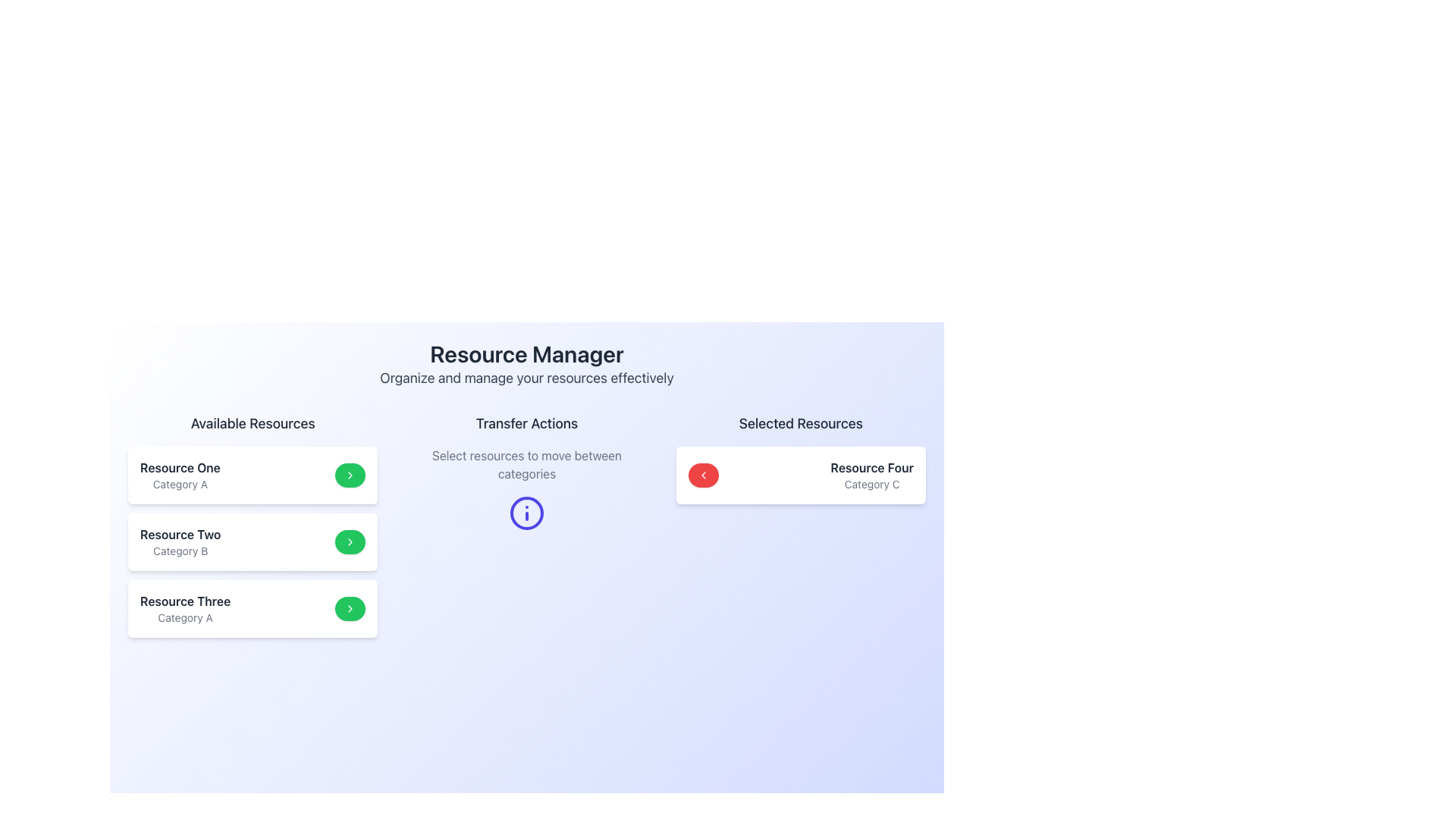 The width and height of the screenshot is (1456, 819). Describe the element at coordinates (253, 607) in the screenshot. I see `the green circular button representing 'Resource Three'` at that location.